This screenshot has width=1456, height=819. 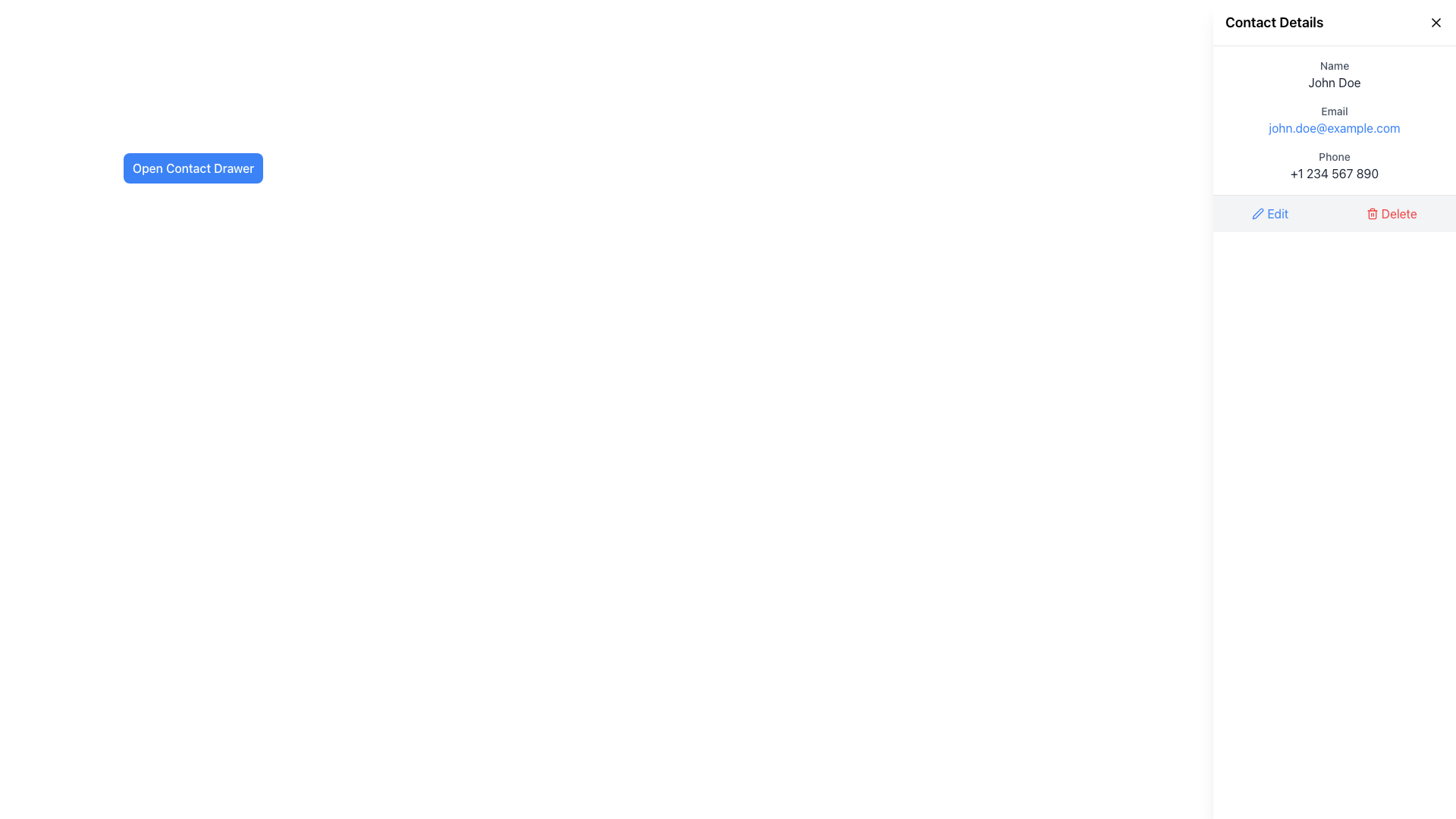 What do you see at coordinates (1335, 119) in the screenshot?
I see `the text display showing the email address for the contact named 'John Doe', located in the 'Contact Details' panel, below the 'Name' field and above the 'Phone' field` at bounding box center [1335, 119].